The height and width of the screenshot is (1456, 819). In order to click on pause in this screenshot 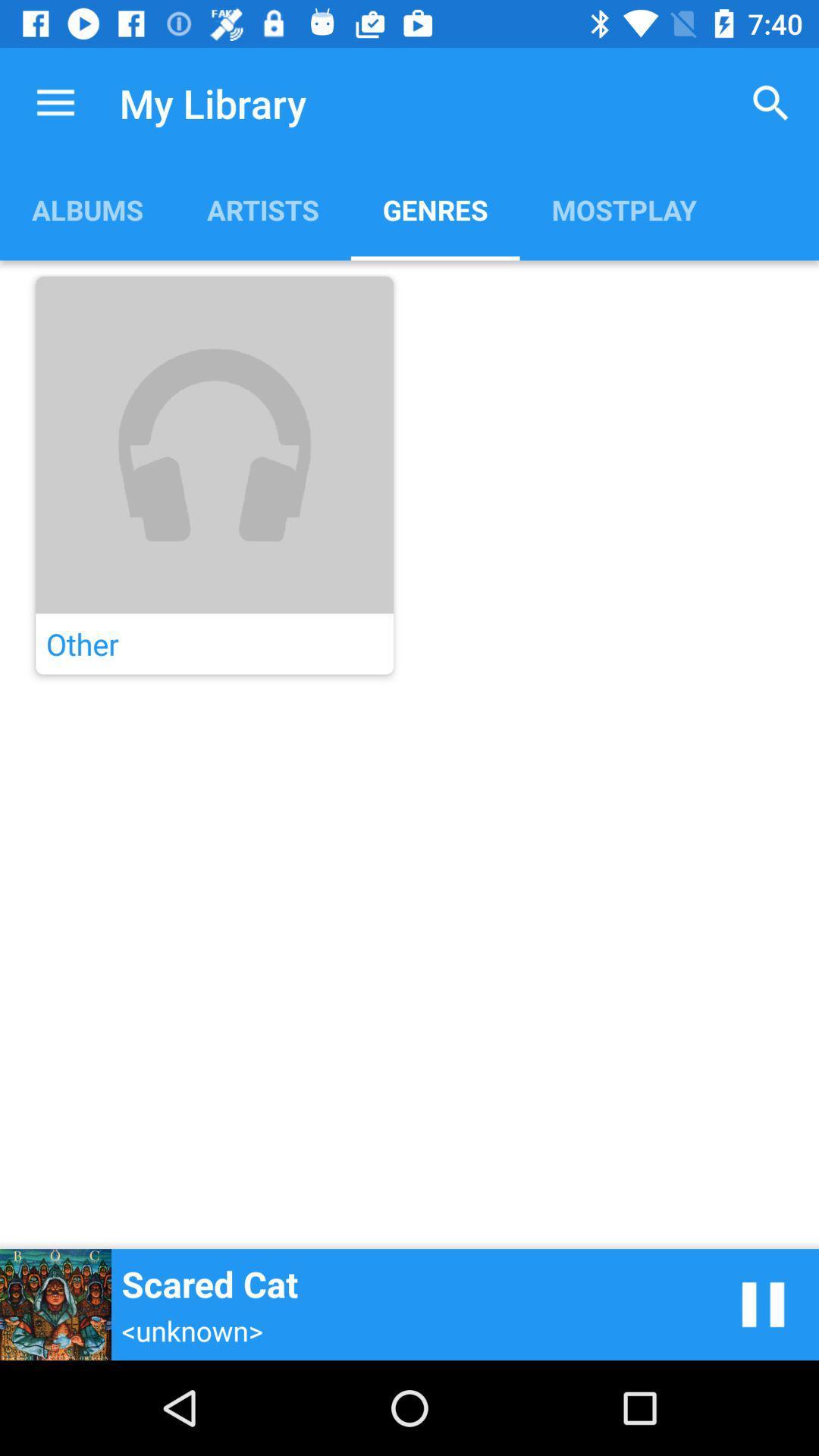, I will do `click(763, 1304)`.